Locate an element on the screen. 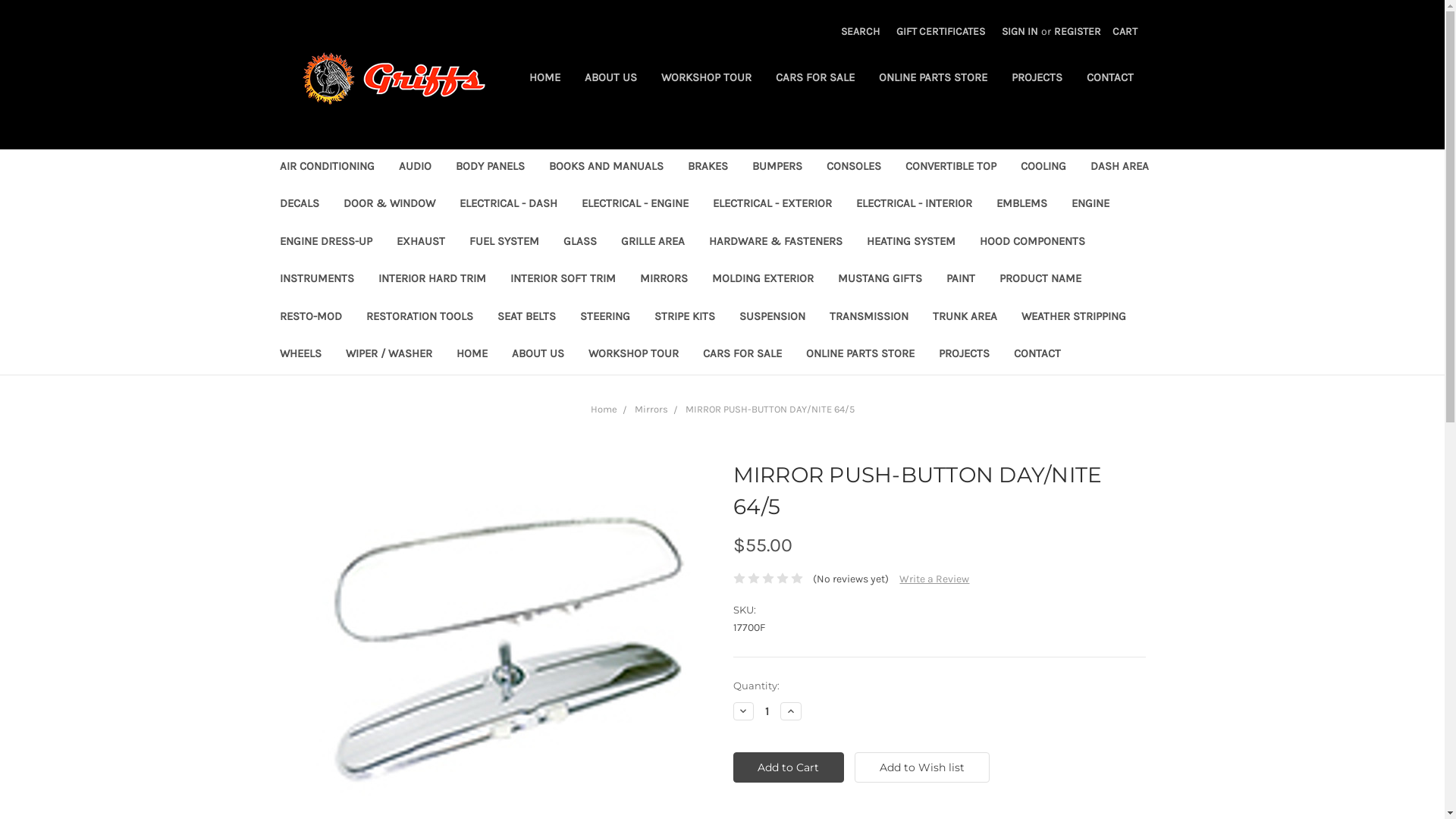 Image resolution: width=1456 pixels, height=819 pixels. 'WORKSHOP TOUR' is located at coordinates (705, 79).